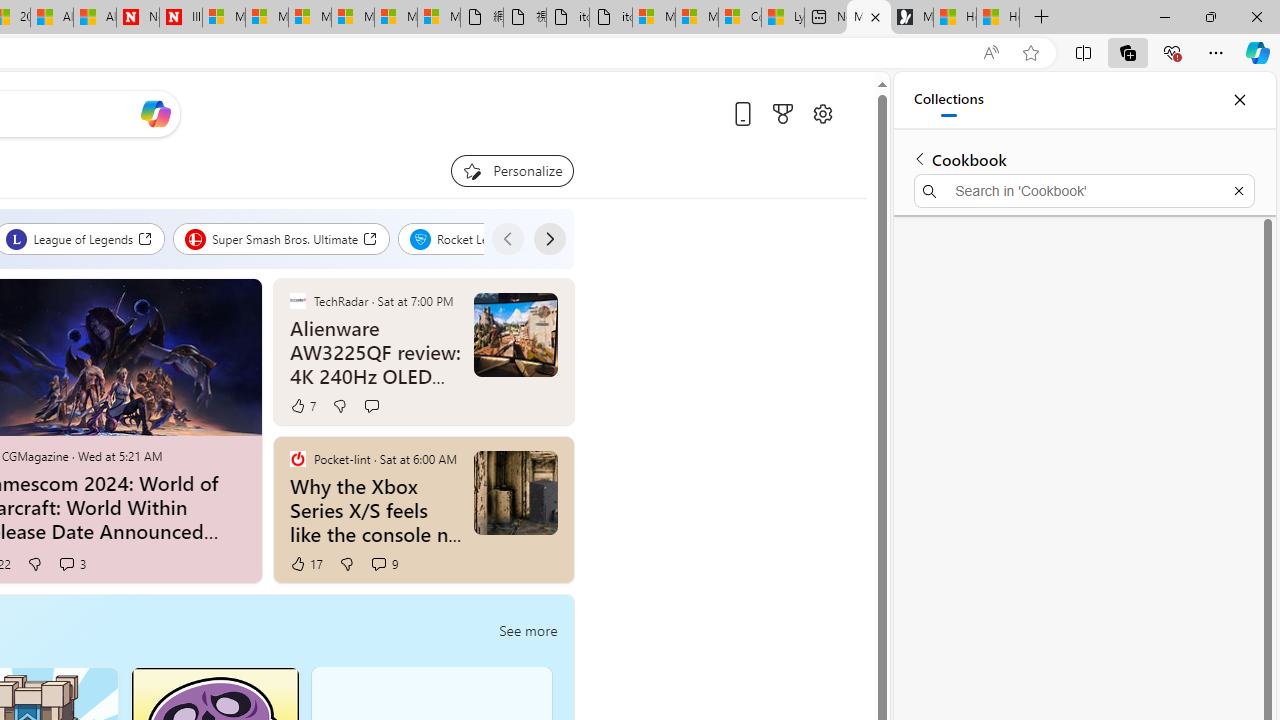 This screenshot has width=1280, height=720. I want to click on 'TechRadar', so click(296, 300).